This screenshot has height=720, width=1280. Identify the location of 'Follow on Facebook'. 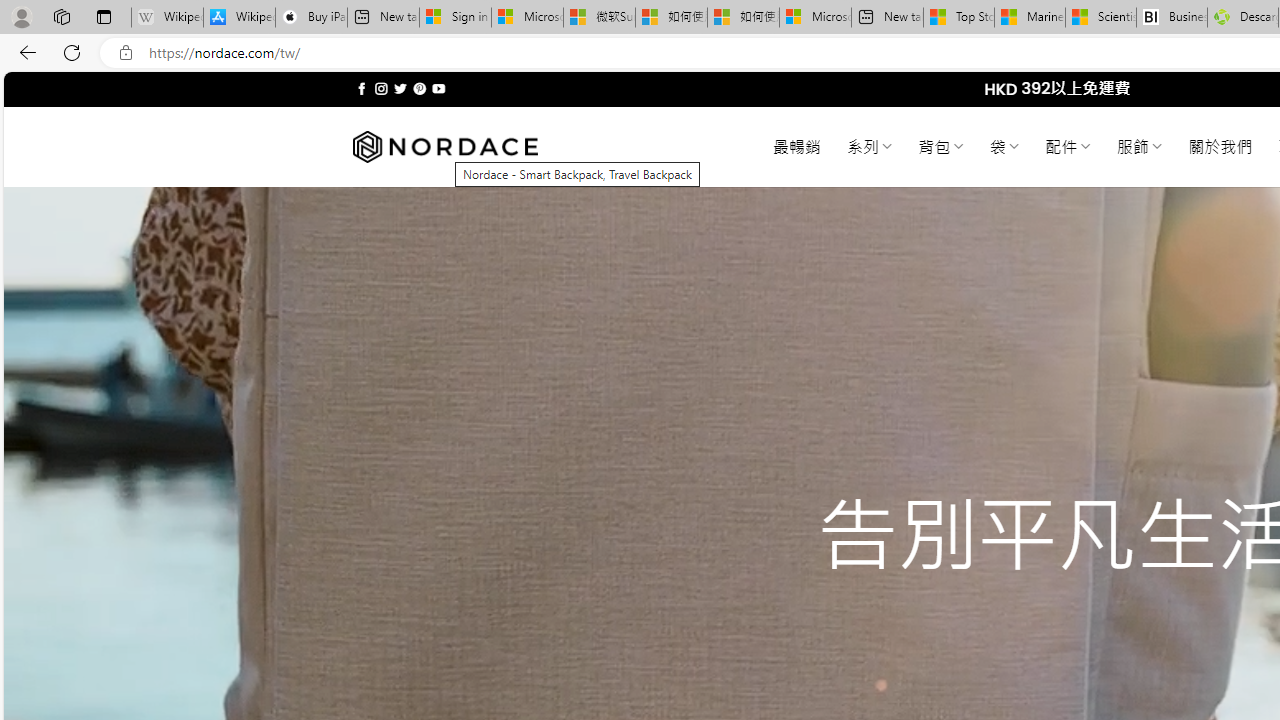
(362, 88).